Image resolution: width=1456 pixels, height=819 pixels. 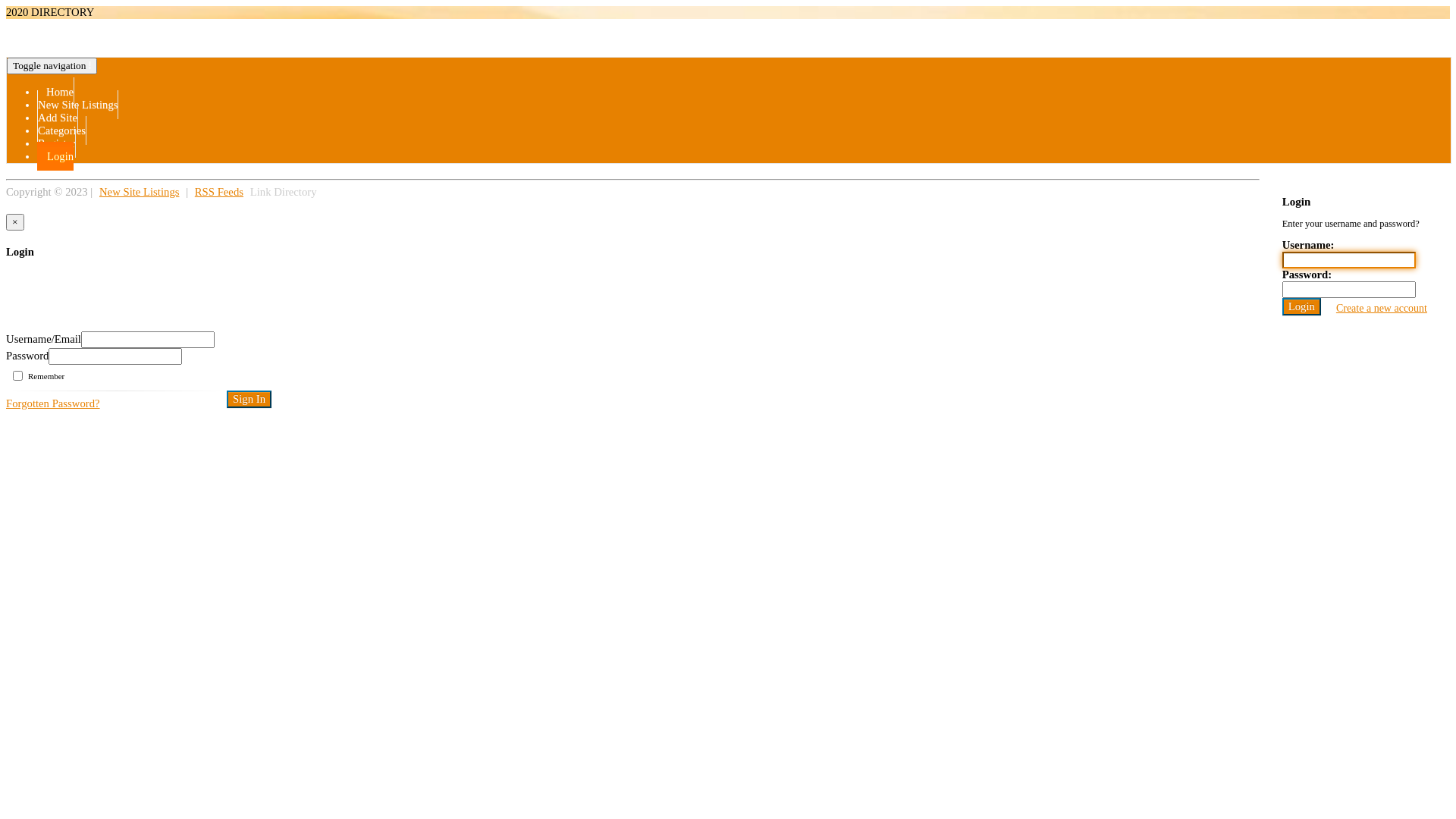 I want to click on 'New Site Listings', so click(x=139, y=191).